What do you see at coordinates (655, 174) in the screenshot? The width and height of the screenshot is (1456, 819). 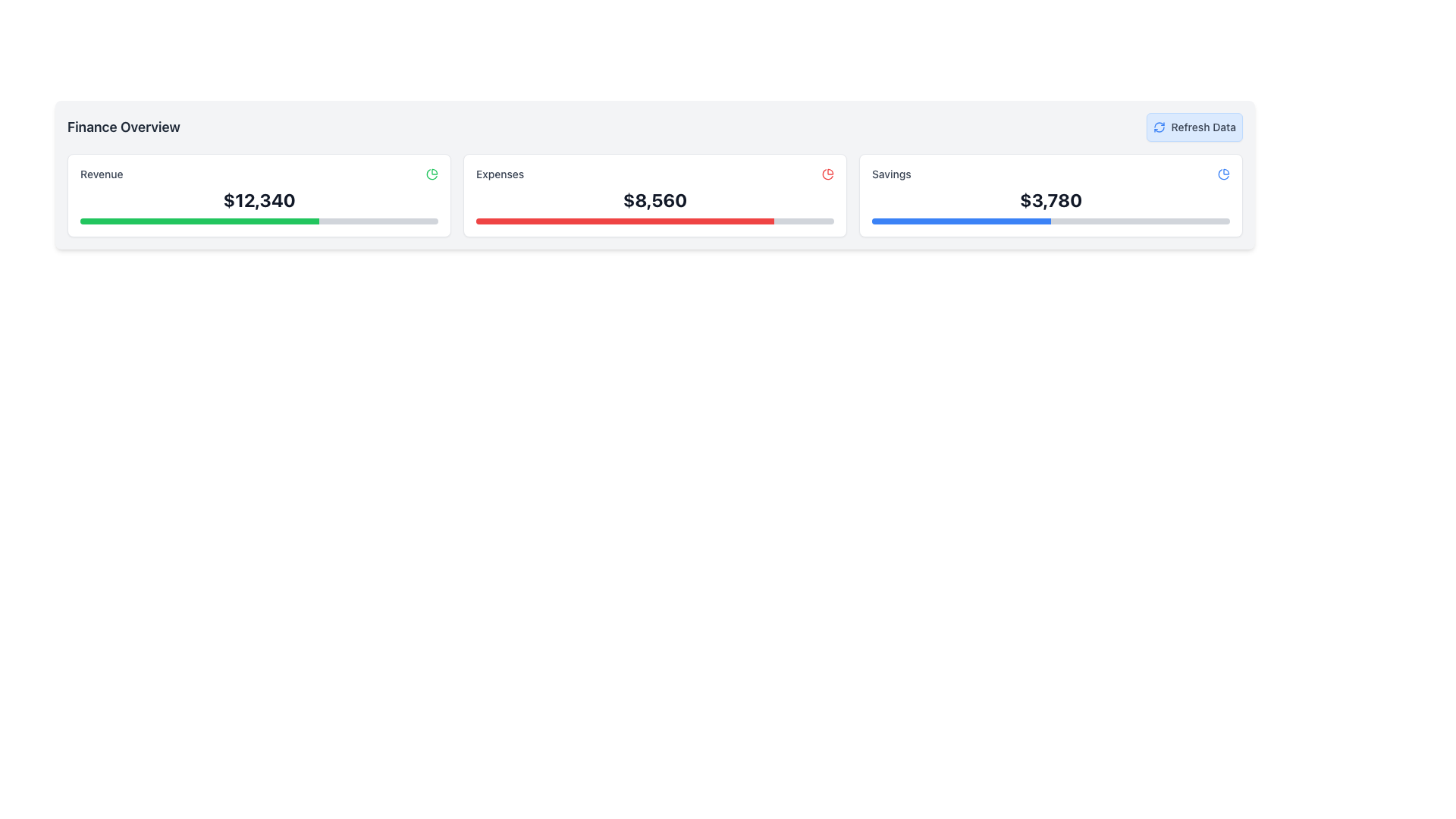 I see `the label icon indicating the financial metric at the top center of the second card, above the '$8,560' text and horizontal bar graph` at bounding box center [655, 174].